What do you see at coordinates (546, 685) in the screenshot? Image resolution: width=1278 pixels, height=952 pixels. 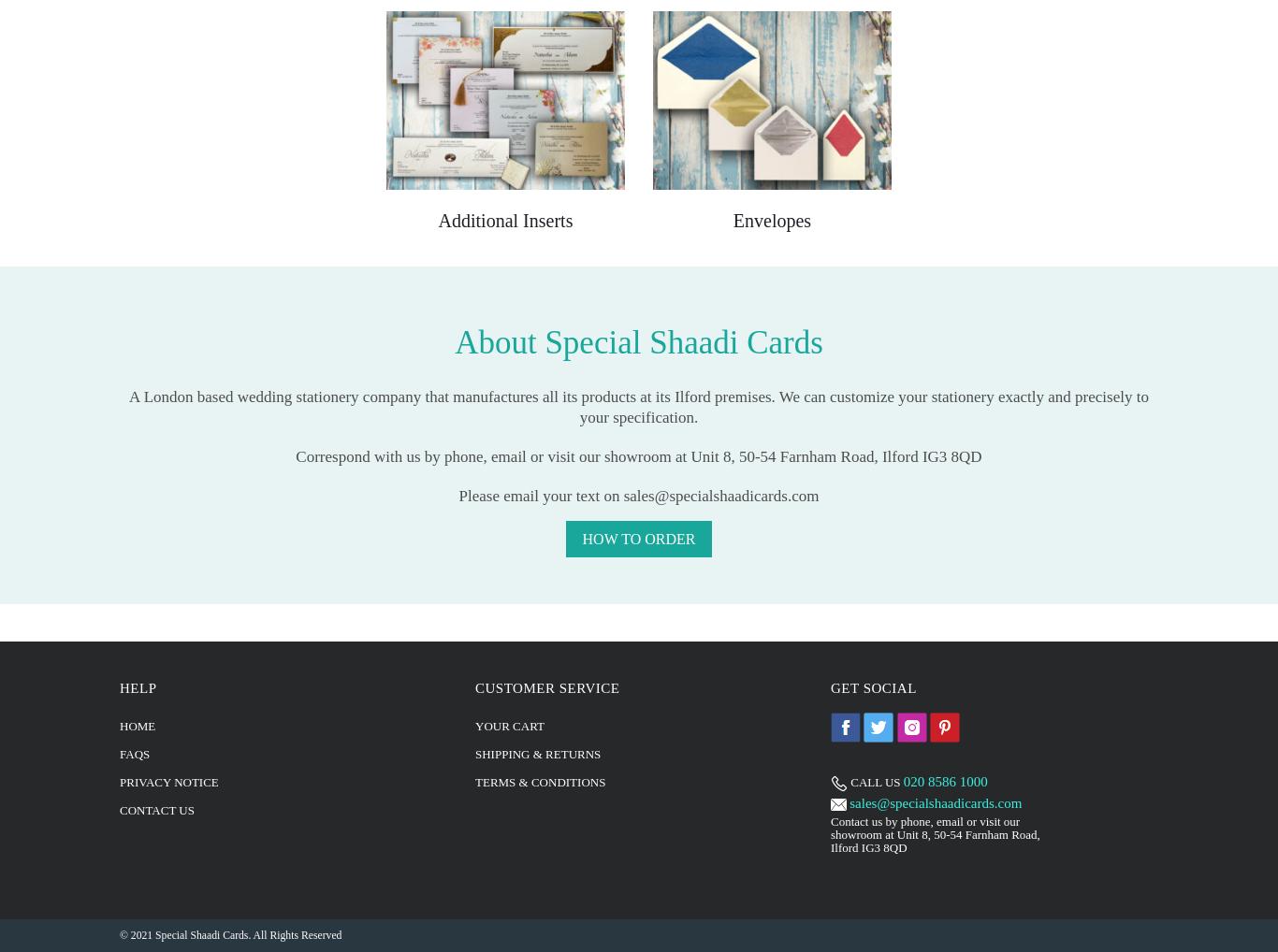 I see `'Customer Service'` at bounding box center [546, 685].